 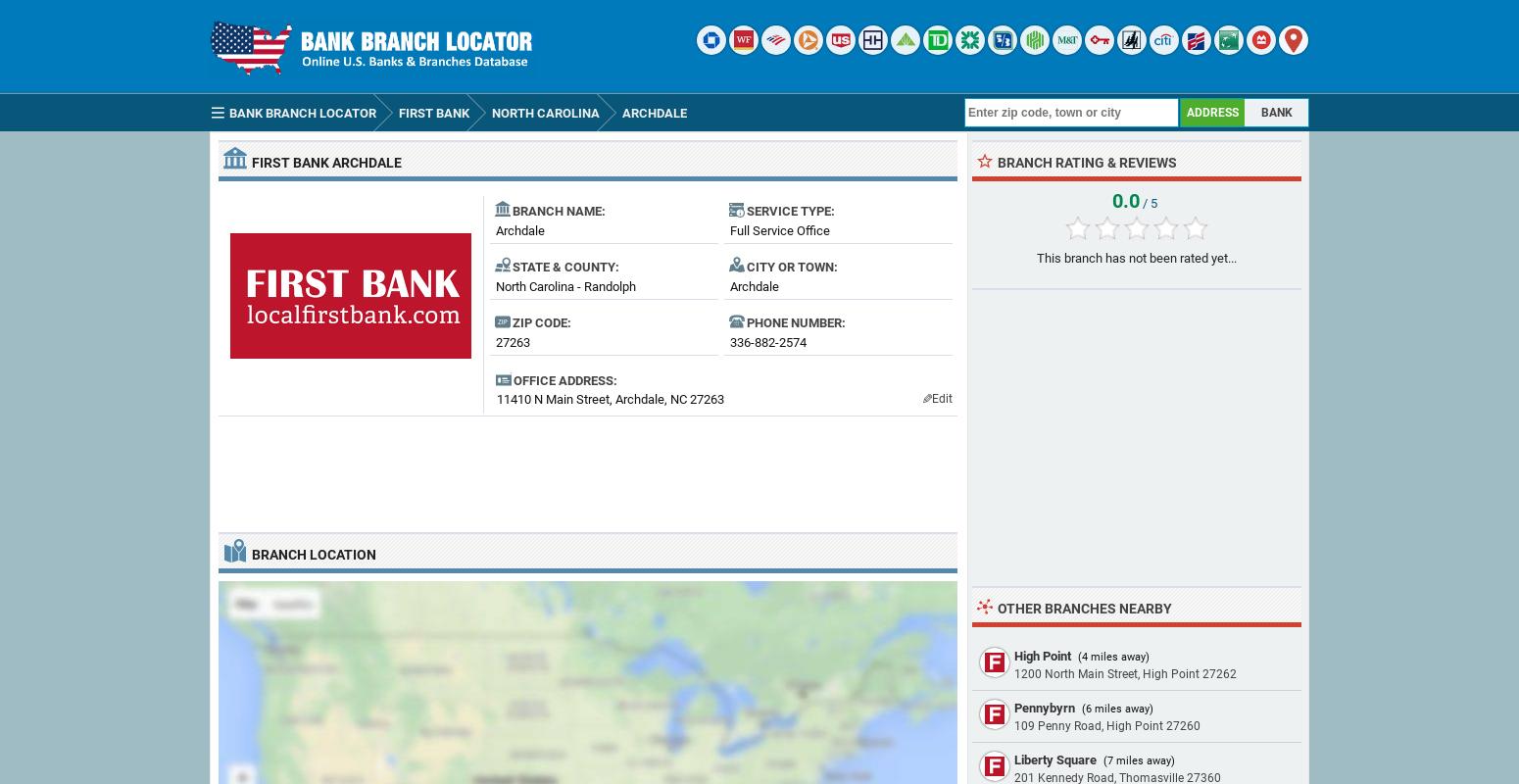 What do you see at coordinates (1136, 257) in the screenshot?
I see `'This branch has not been rated yet...'` at bounding box center [1136, 257].